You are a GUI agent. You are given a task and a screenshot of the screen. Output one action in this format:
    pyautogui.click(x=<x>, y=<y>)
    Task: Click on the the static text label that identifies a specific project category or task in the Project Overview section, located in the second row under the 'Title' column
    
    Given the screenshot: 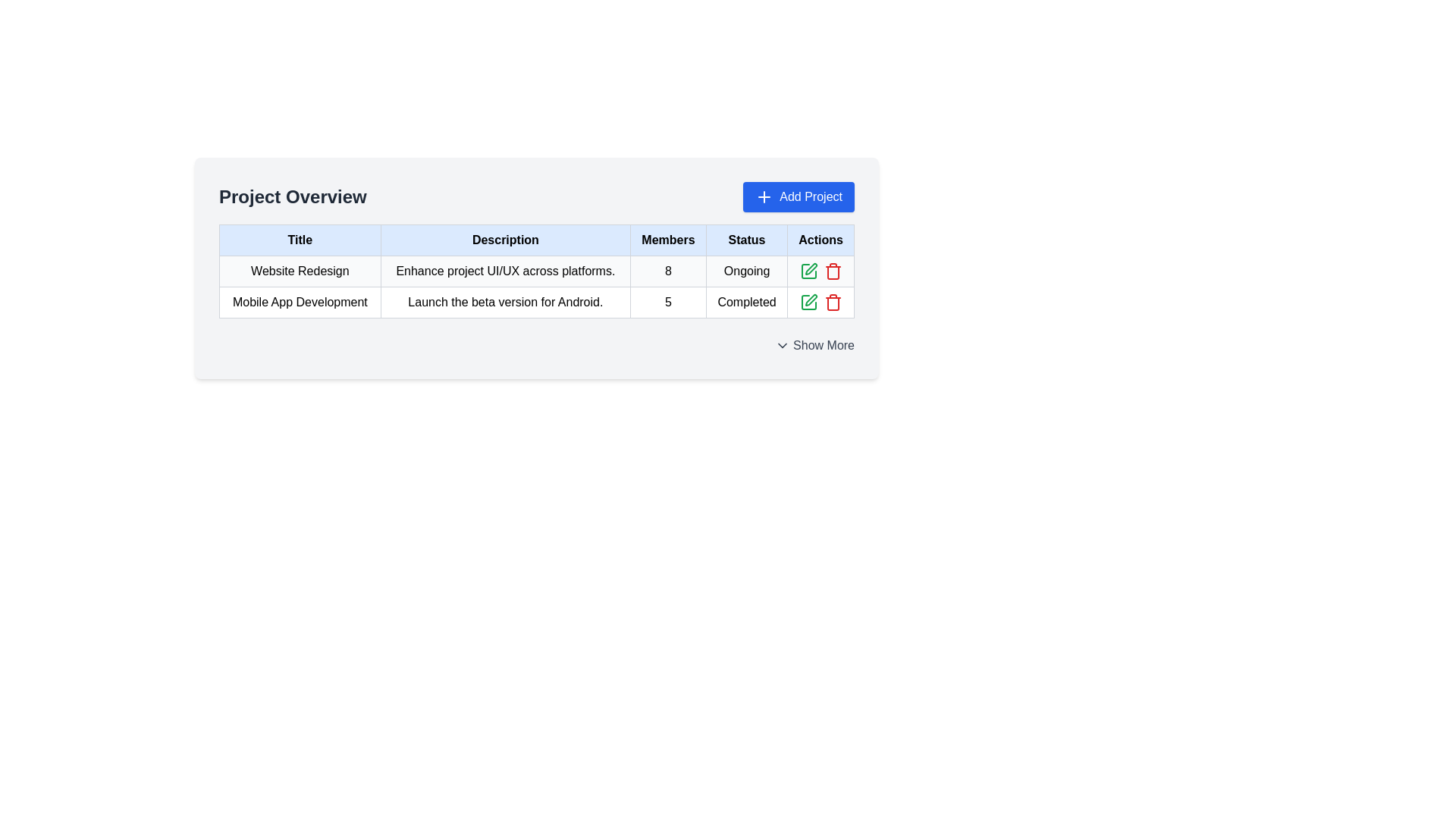 What is the action you would take?
    pyautogui.click(x=300, y=302)
    